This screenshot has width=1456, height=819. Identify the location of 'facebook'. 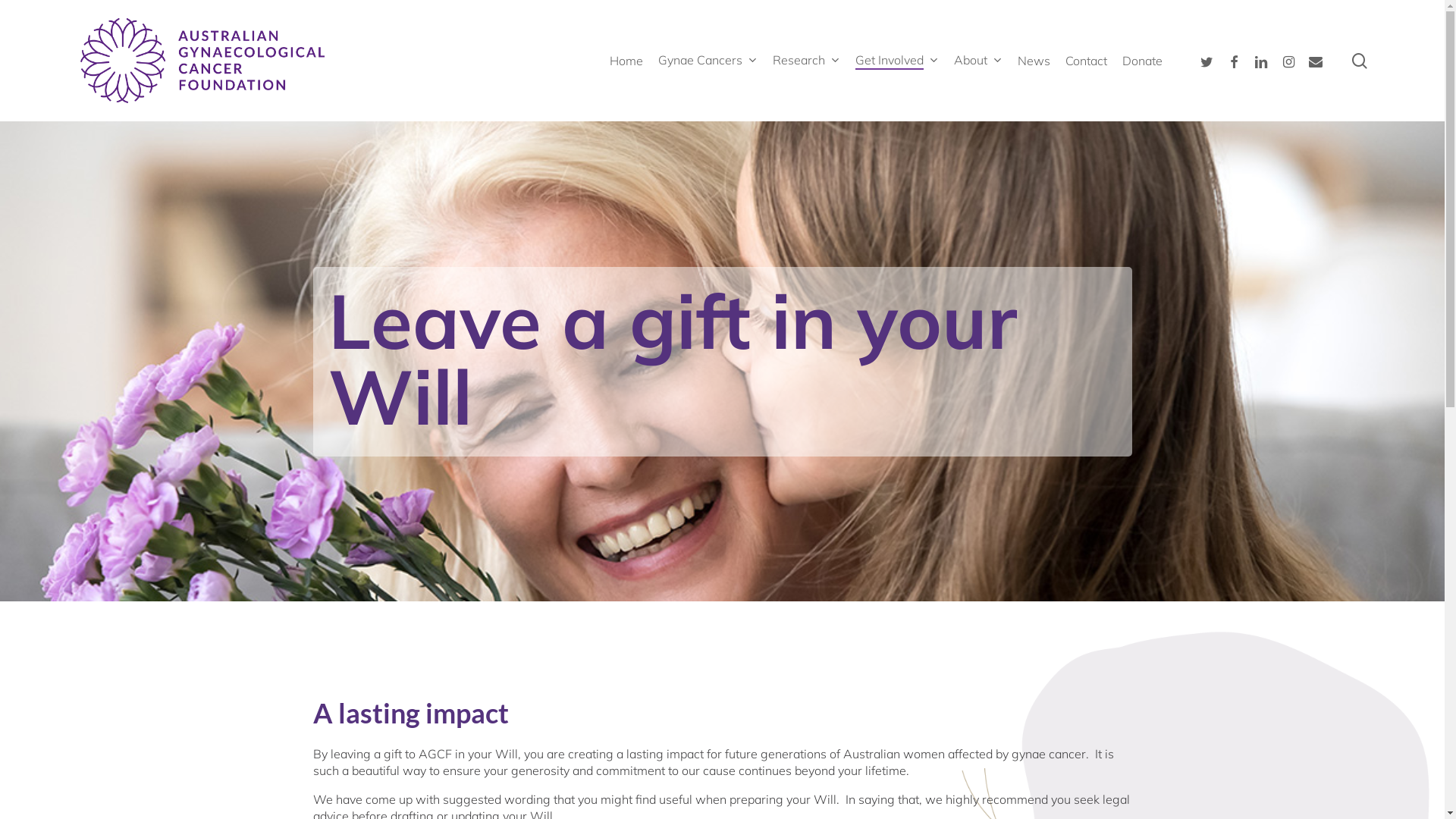
(1219, 60).